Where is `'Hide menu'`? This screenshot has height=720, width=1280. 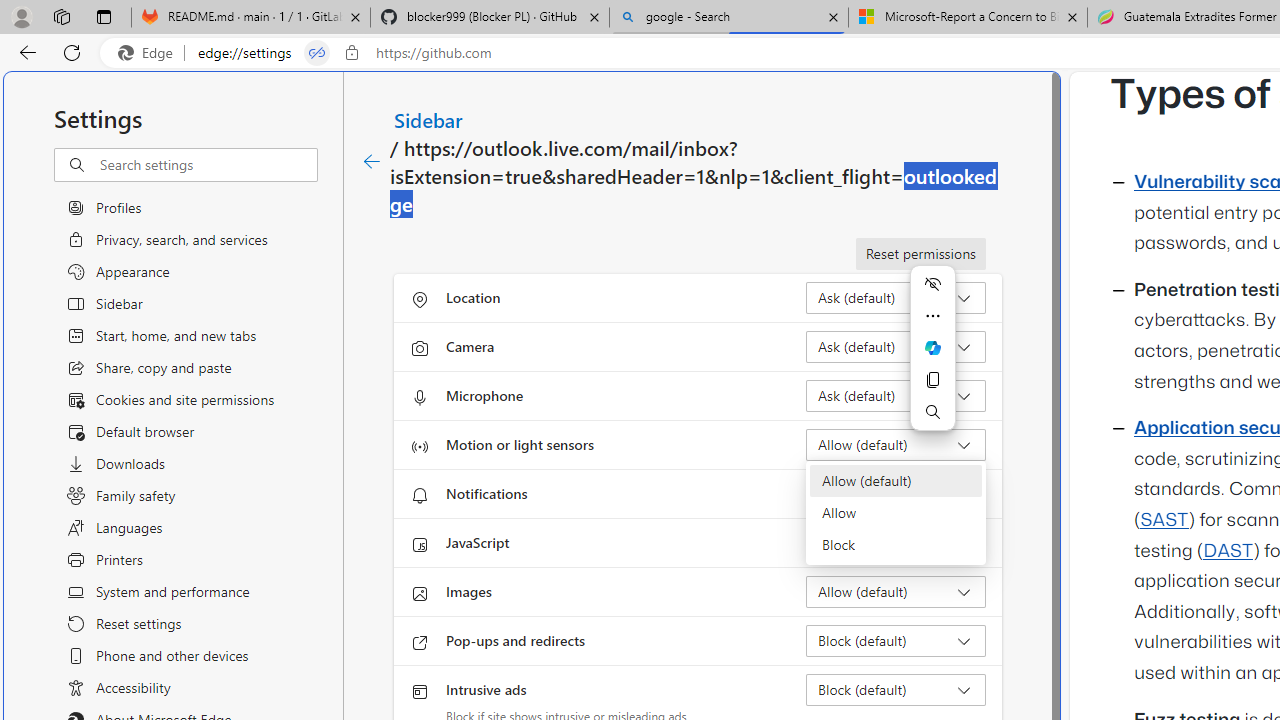 'Hide menu' is located at coordinates (932, 284).